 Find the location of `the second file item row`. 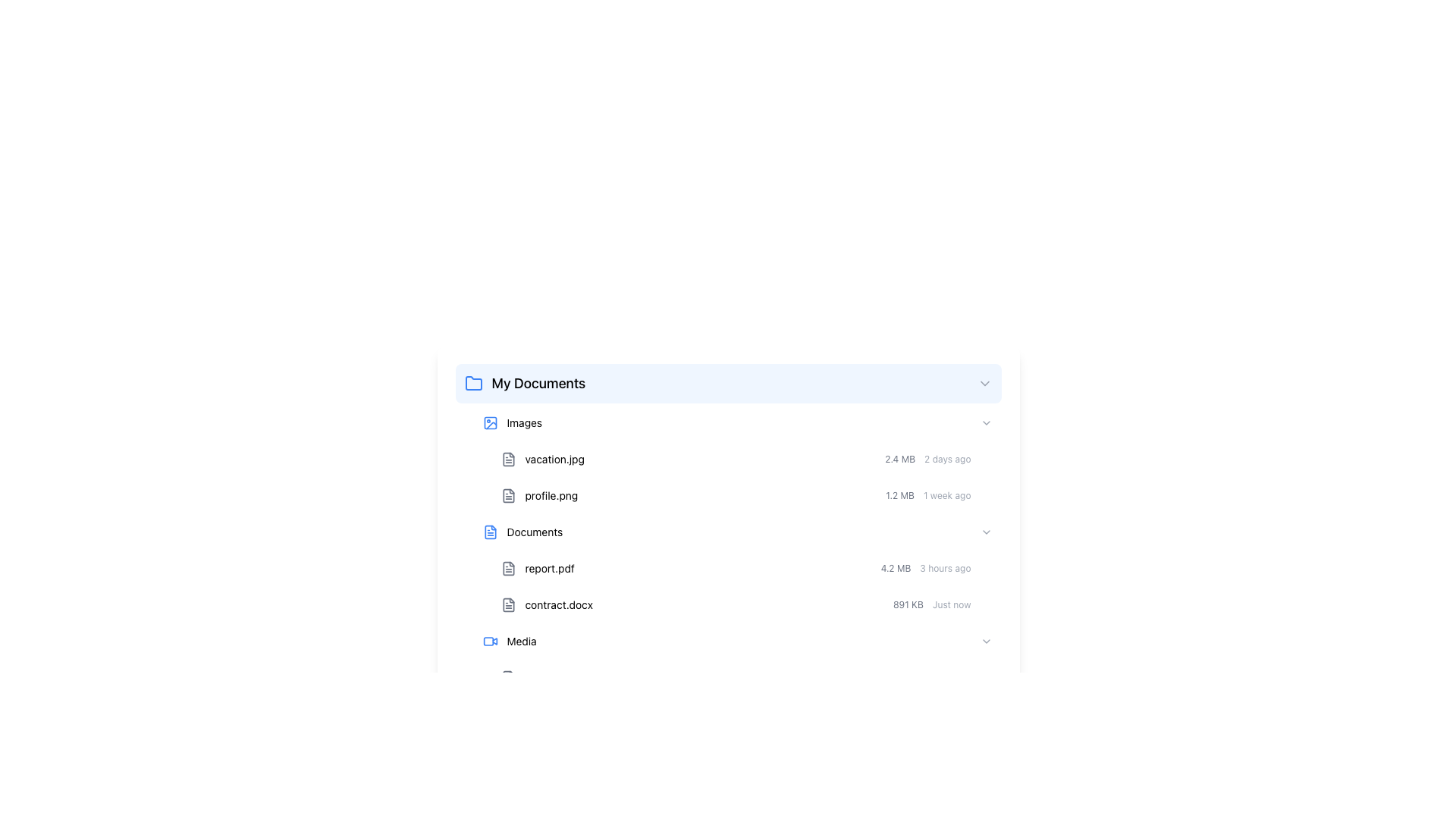

the second file item row is located at coordinates (746, 496).